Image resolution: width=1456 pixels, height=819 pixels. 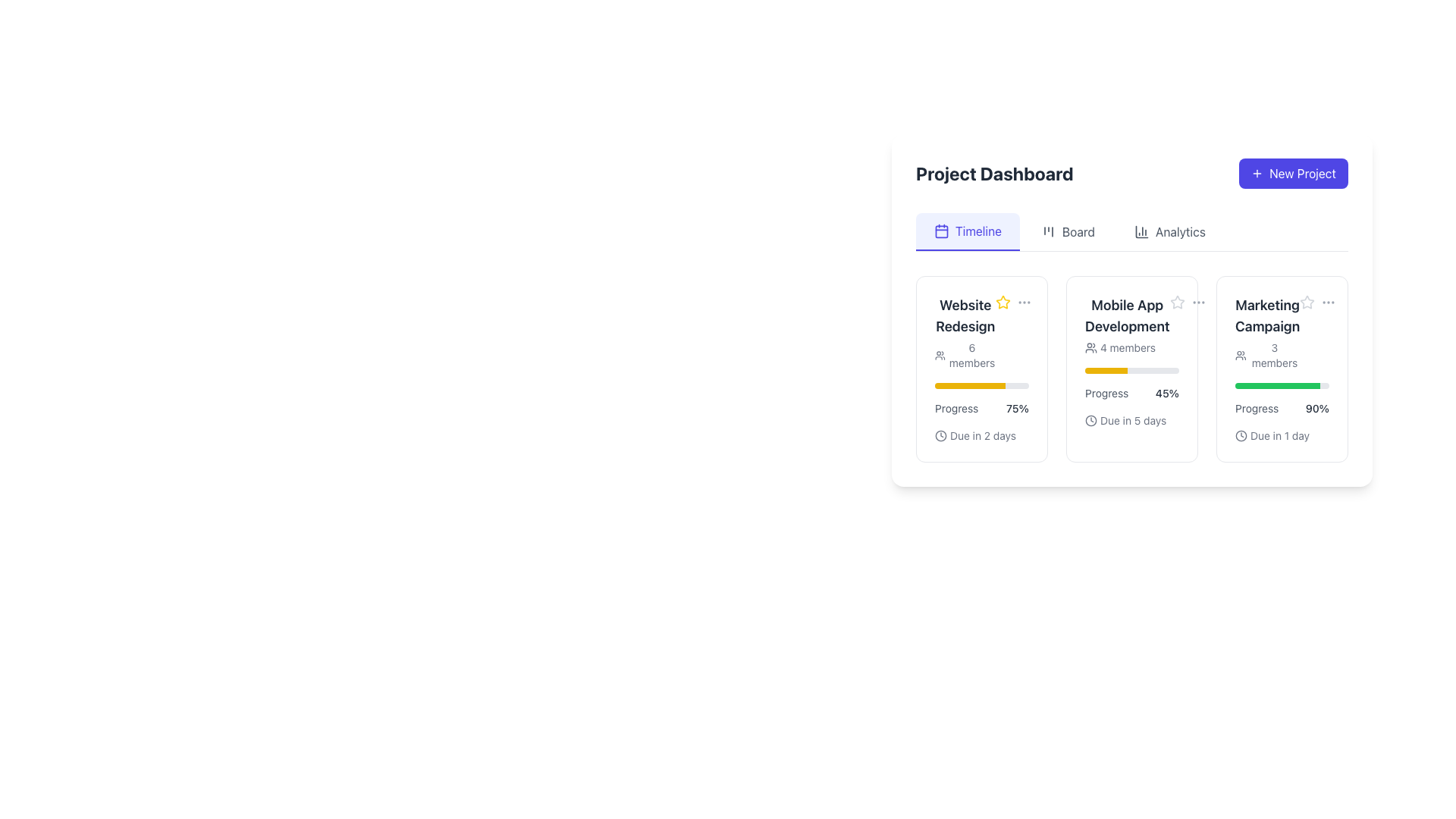 What do you see at coordinates (1279, 435) in the screenshot?
I see `text label 'Due in 1 day' located in the 'Marketing Campaign' project card, positioned at the bottom right next to the progress bar and to the right of the clock icon` at bounding box center [1279, 435].